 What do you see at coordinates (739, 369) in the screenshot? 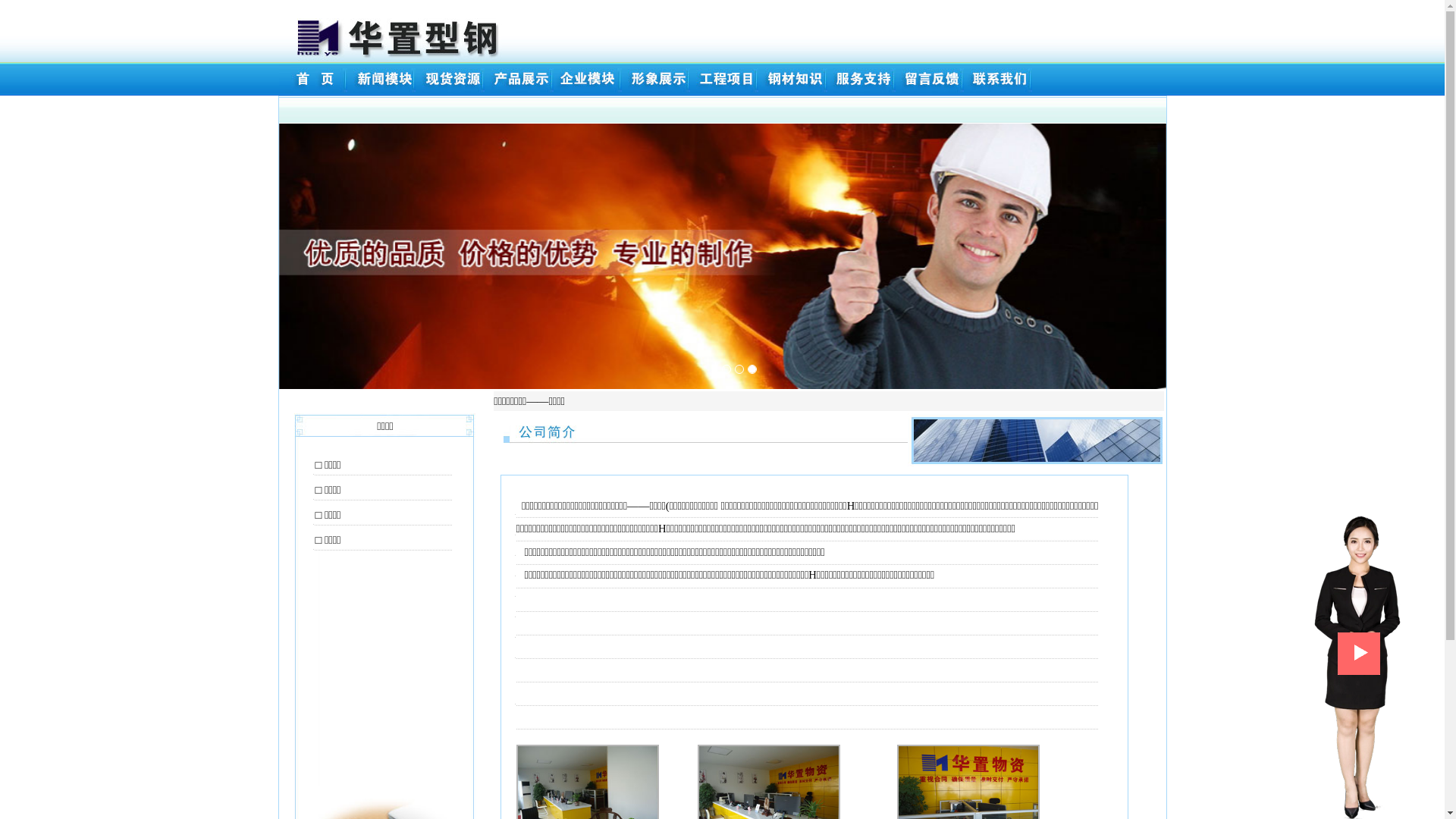
I see `'2'` at bounding box center [739, 369].